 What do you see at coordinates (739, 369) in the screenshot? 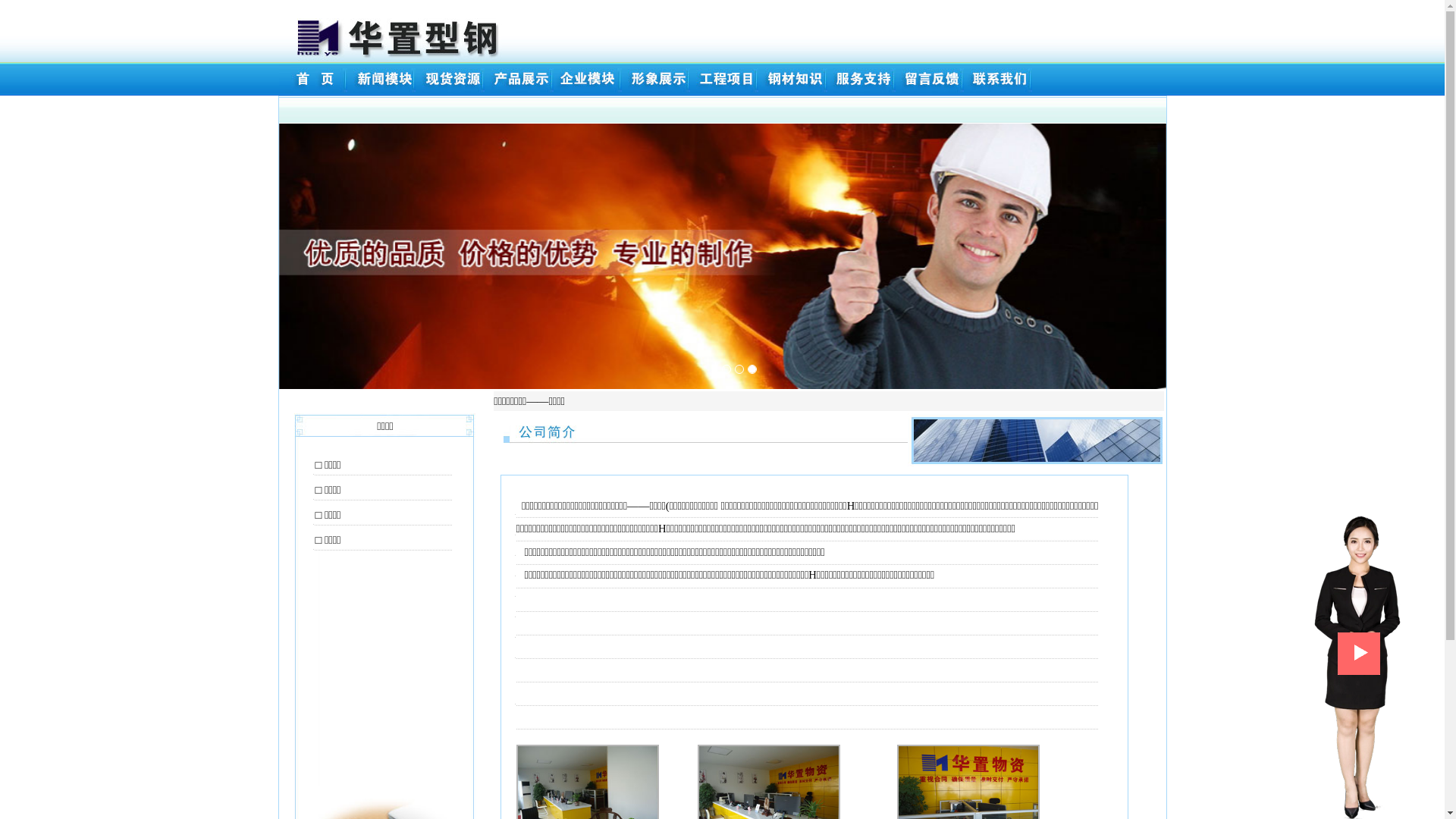
I see `'2'` at bounding box center [739, 369].